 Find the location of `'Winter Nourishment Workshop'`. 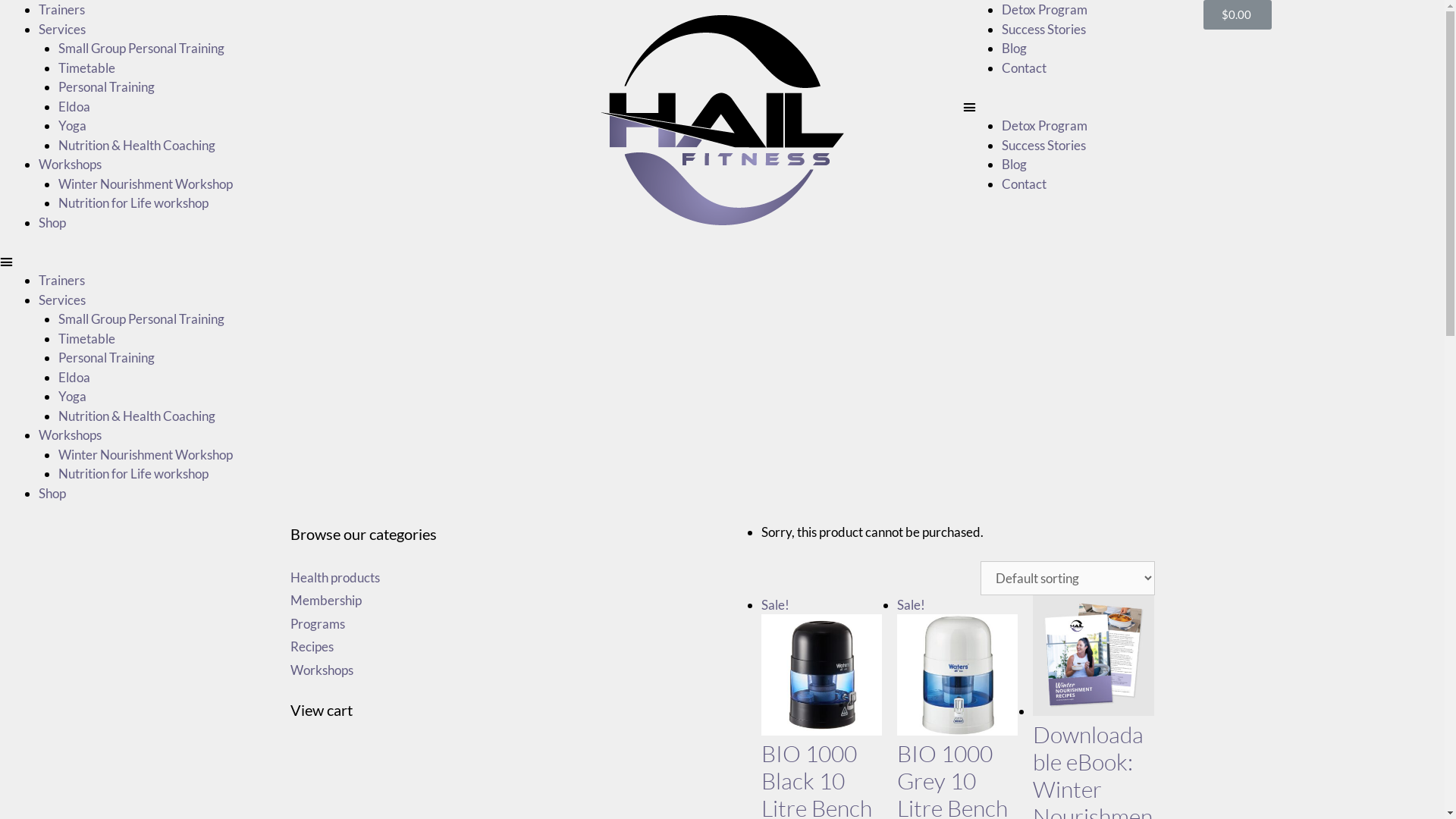

'Winter Nourishment Workshop' is located at coordinates (145, 183).